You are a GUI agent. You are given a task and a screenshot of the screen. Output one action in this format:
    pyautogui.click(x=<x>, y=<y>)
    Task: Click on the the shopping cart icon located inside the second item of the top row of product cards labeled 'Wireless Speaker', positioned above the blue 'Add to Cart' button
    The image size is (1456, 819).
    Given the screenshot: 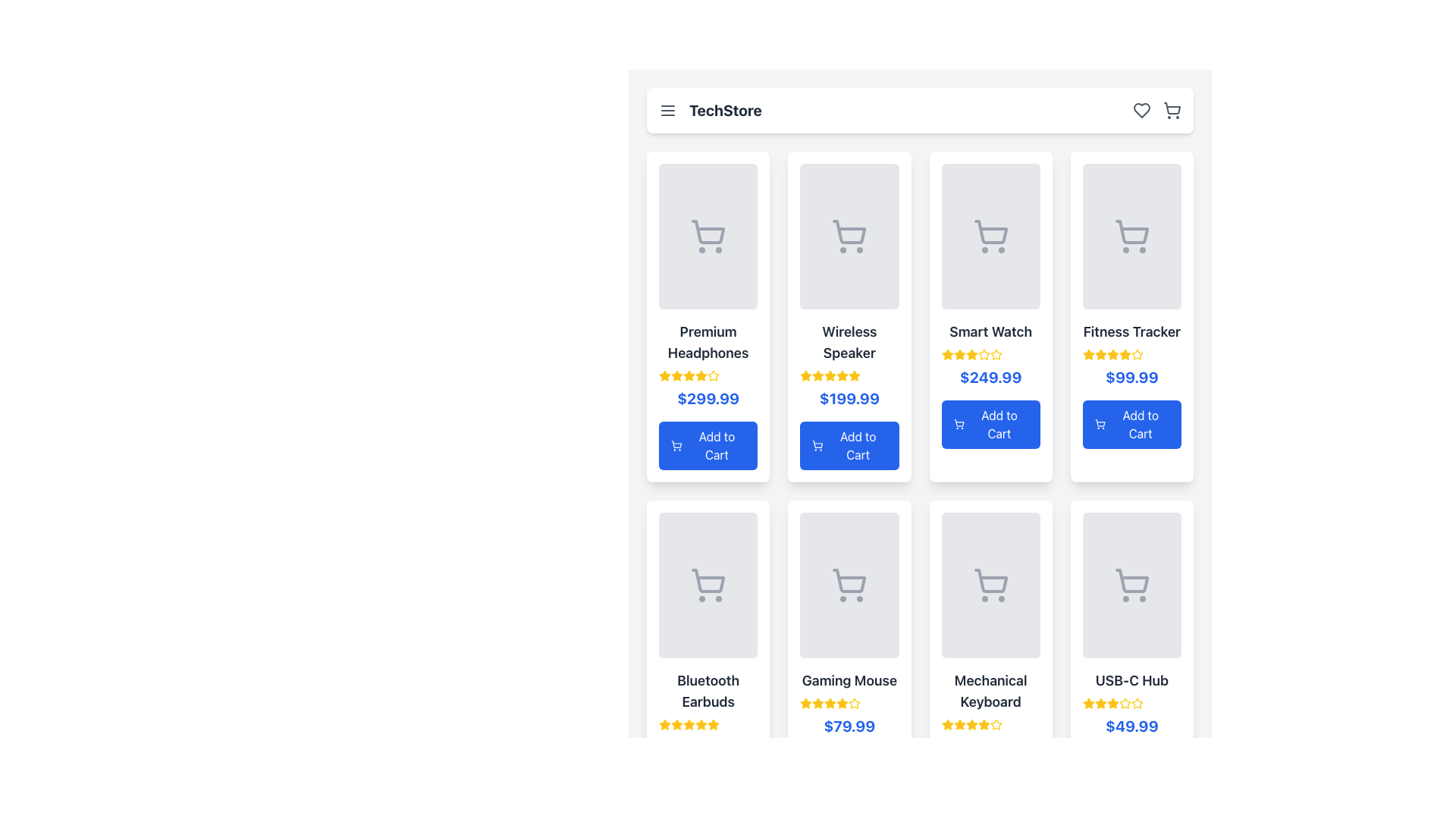 What is the action you would take?
    pyautogui.click(x=849, y=237)
    